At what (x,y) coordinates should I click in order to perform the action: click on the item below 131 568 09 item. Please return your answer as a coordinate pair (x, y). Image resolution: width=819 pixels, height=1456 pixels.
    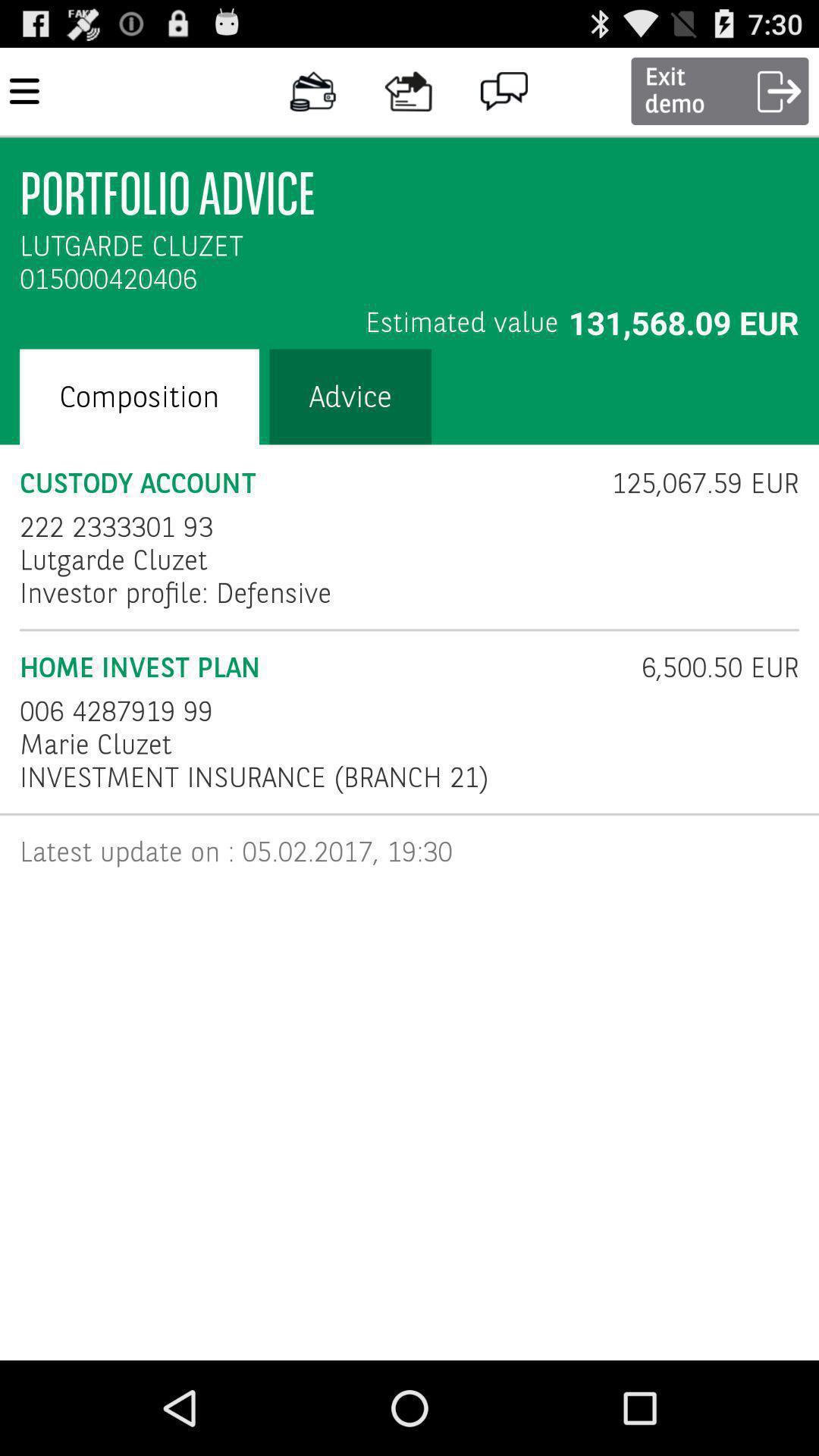
    Looking at the image, I should click on (695, 482).